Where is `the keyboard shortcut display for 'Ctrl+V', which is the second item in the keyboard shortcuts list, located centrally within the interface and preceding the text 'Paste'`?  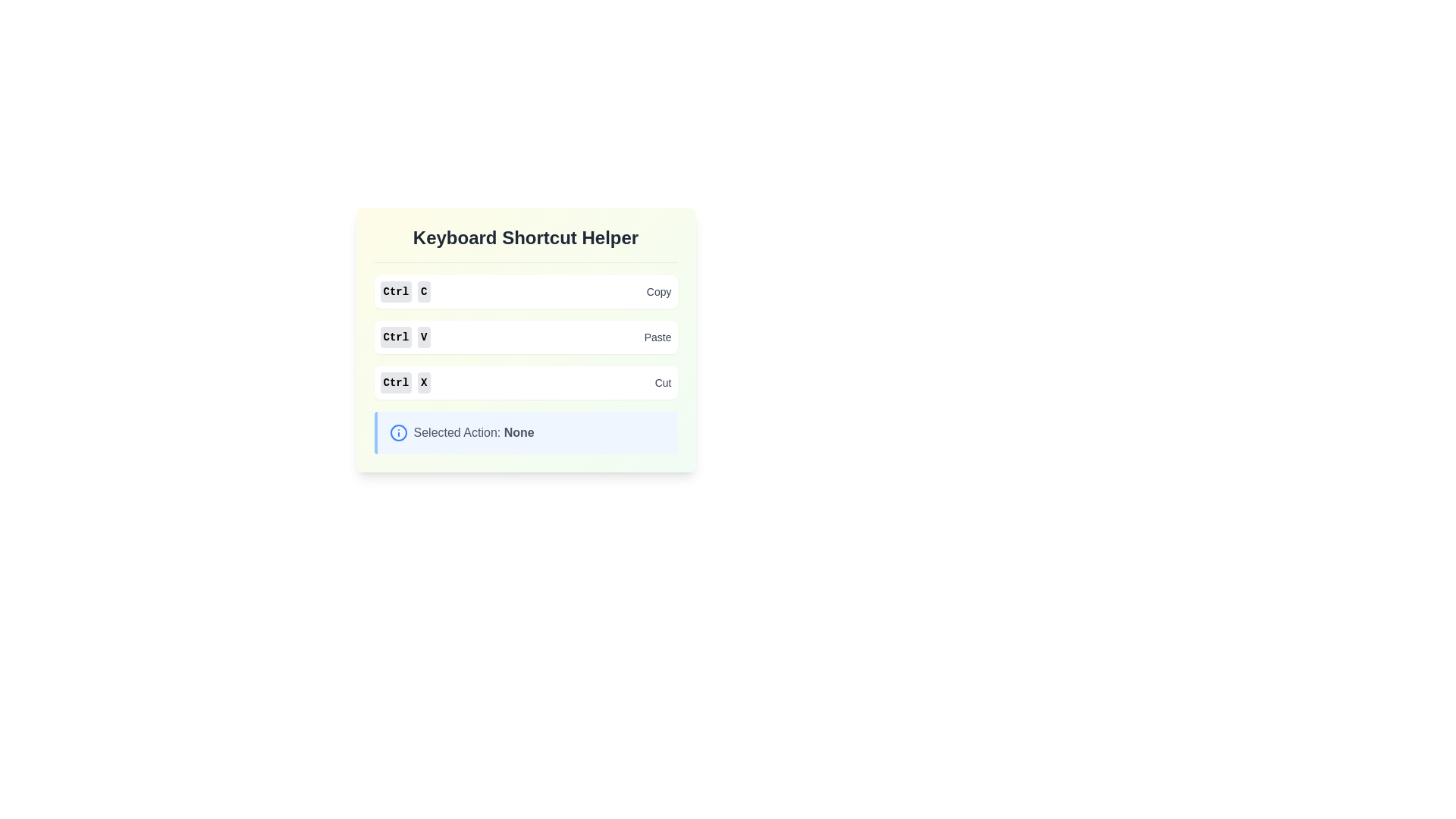 the keyboard shortcut display for 'Ctrl+V', which is the second item in the keyboard shortcuts list, located centrally within the interface and preceding the text 'Paste' is located at coordinates (405, 336).